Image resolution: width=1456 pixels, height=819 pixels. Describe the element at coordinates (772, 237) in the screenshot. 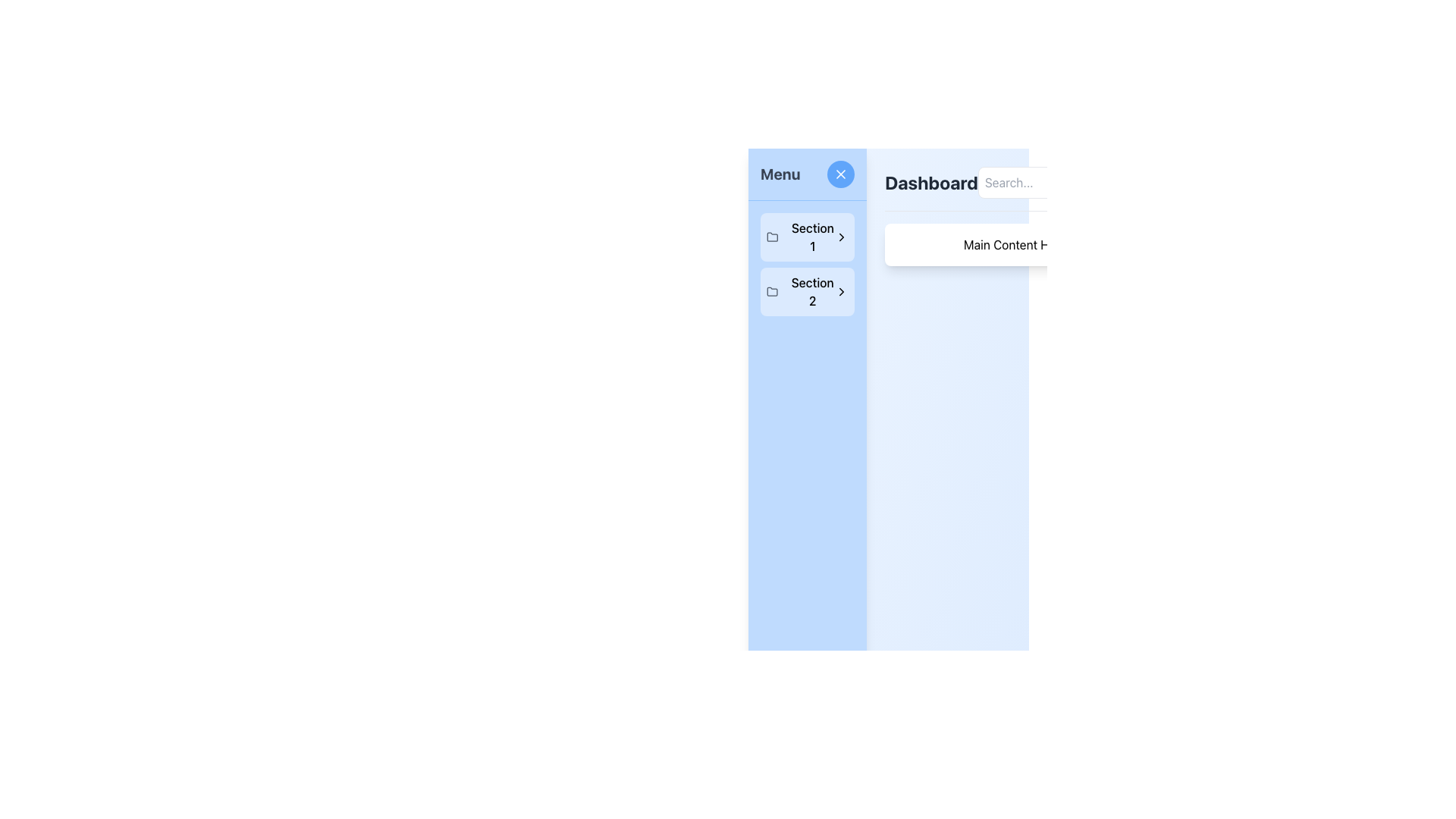

I see `the folder icon representing the 'Section 1' menu item on the left sidebar to check for any tooltip appearance` at that location.